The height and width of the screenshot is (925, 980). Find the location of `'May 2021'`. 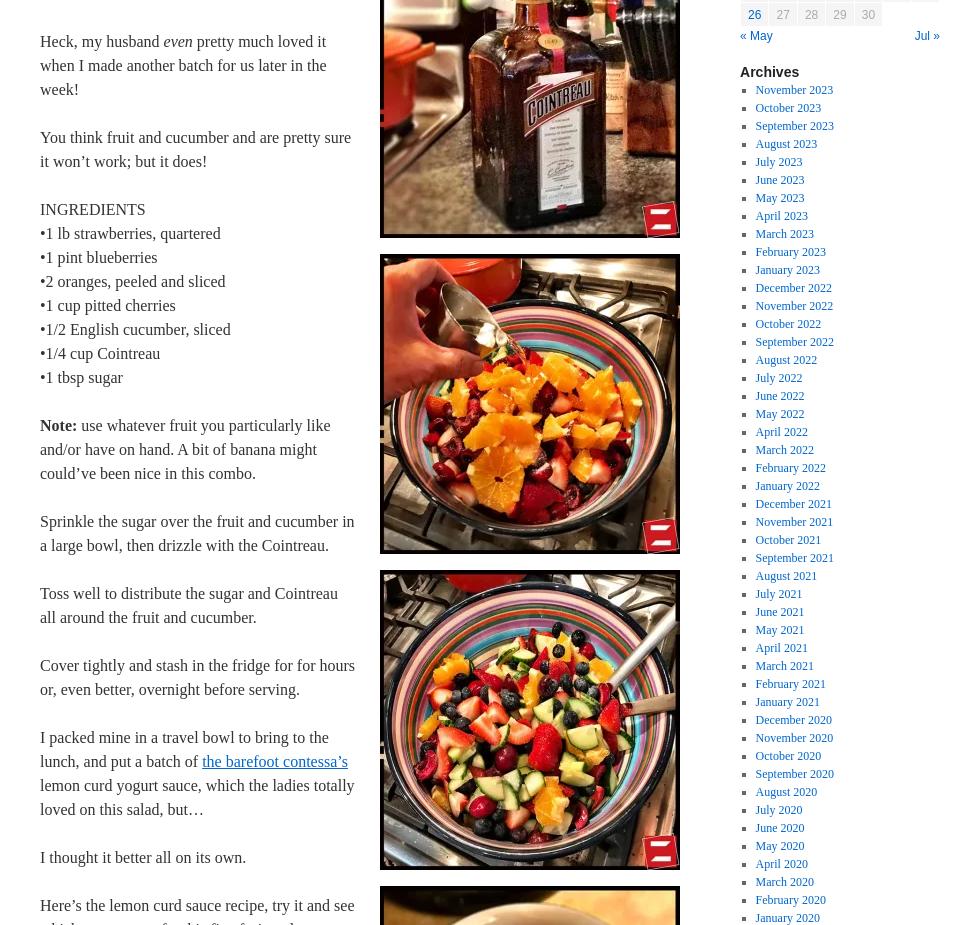

'May 2021' is located at coordinates (754, 630).